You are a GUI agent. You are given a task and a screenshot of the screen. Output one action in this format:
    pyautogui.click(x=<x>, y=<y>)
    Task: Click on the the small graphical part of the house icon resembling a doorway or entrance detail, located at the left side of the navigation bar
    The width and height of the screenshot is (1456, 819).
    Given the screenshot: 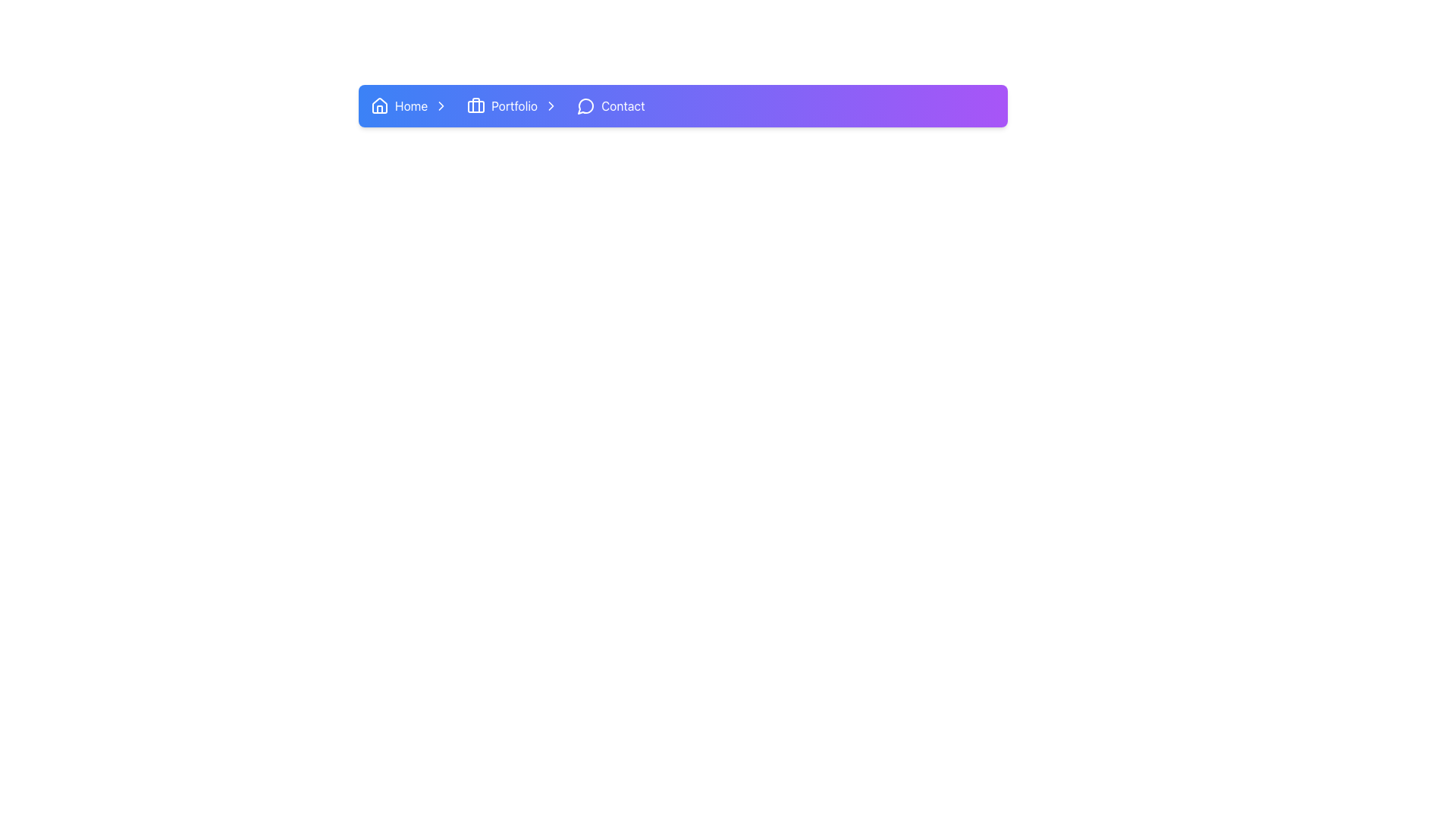 What is the action you would take?
    pyautogui.click(x=379, y=108)
    